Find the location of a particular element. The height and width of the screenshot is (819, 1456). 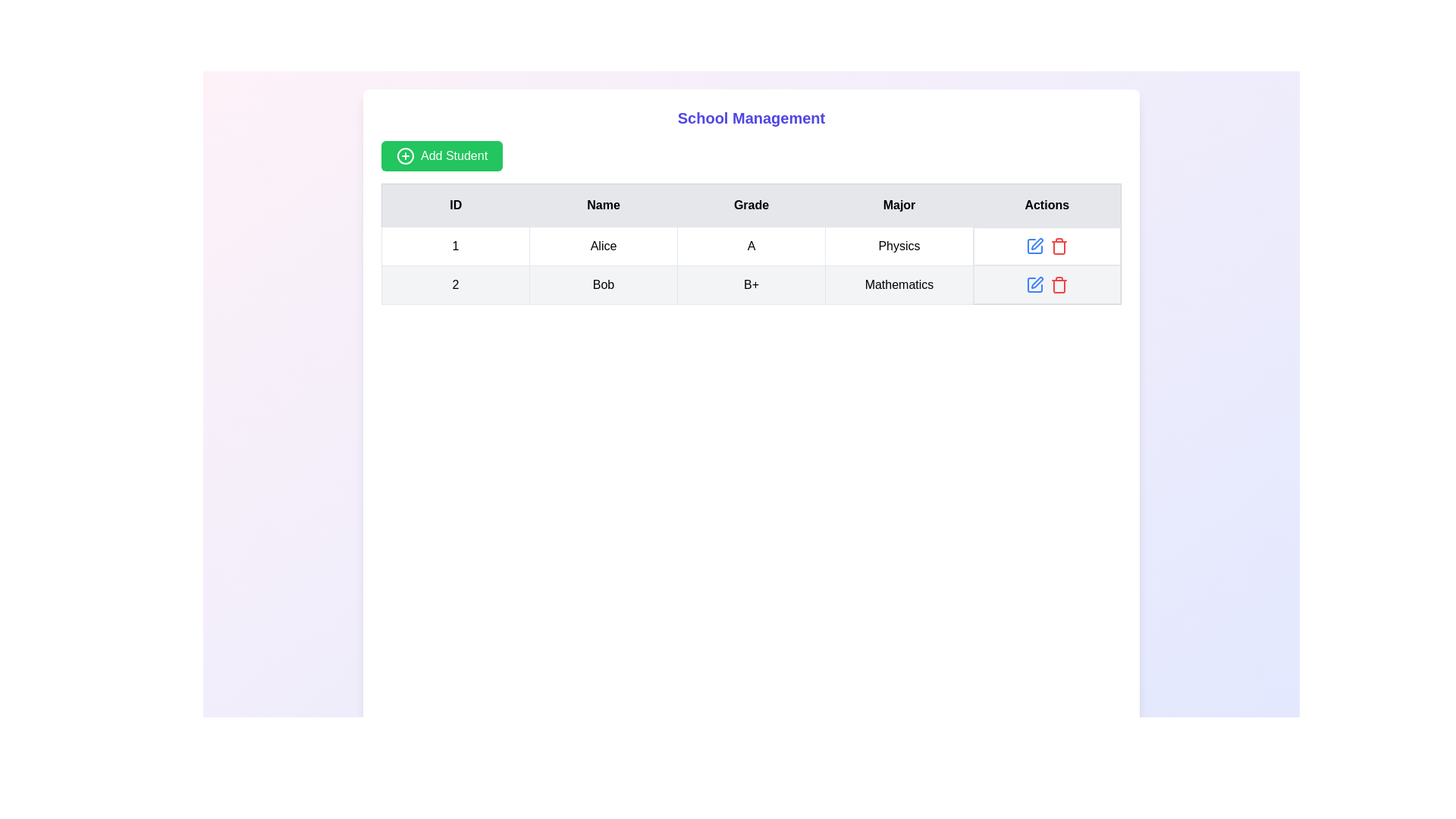

the second row of the table that contains detailed information about an entity or record, positioned directly below the header row and the row for 'Alice' with ID '1' is located at coordinates (751, 284).